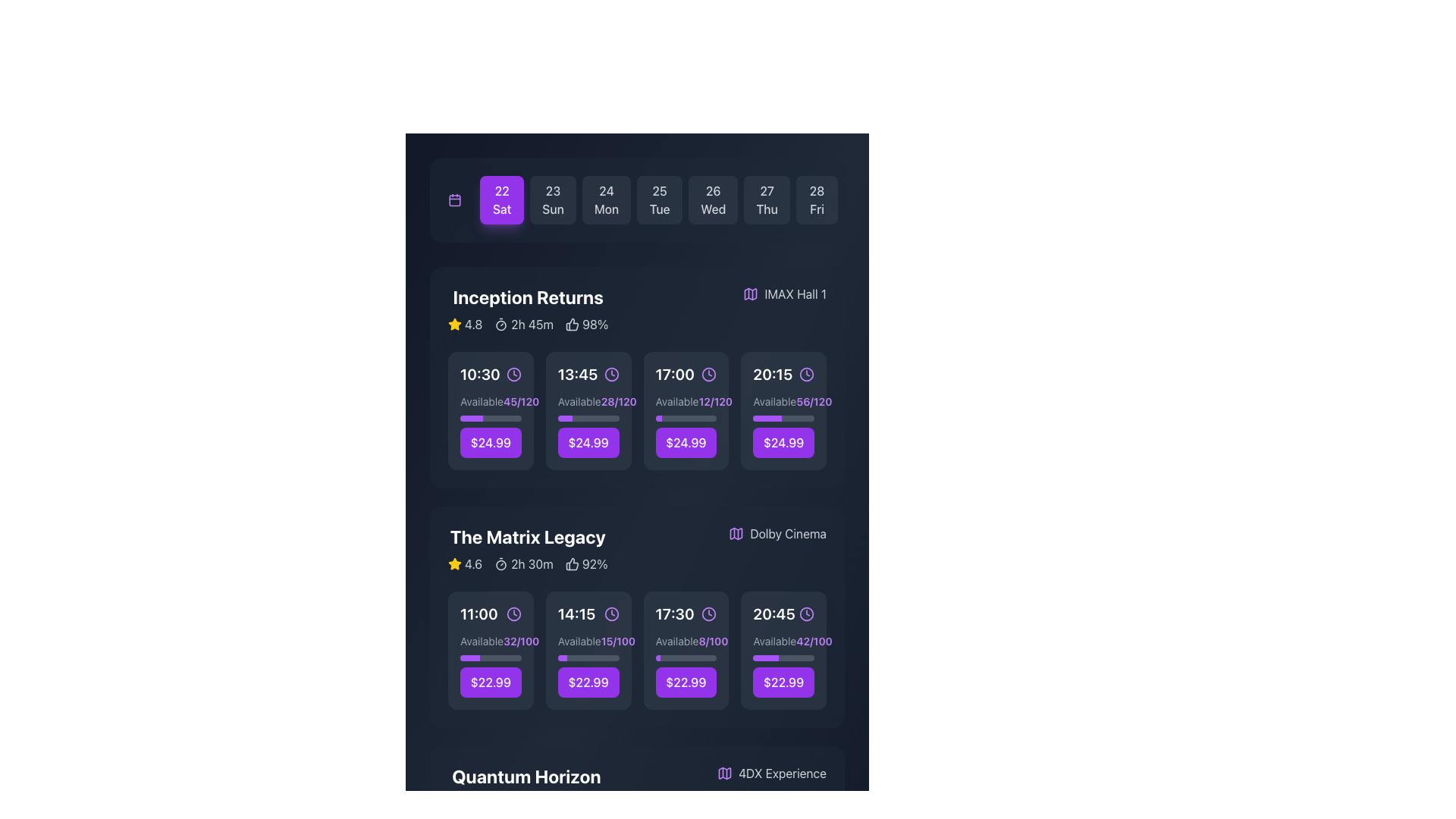 The image size is (1456, 819). What do you see at coordinates (491, 418) in the screenshot?
I see `the horizontal progress bar with a gray background and a purple foreground, located beneath the text 'Available 45/120' and above the '$24.99' button in the movie information card for 'Inception Returns'` at bounding box center [491, 418].